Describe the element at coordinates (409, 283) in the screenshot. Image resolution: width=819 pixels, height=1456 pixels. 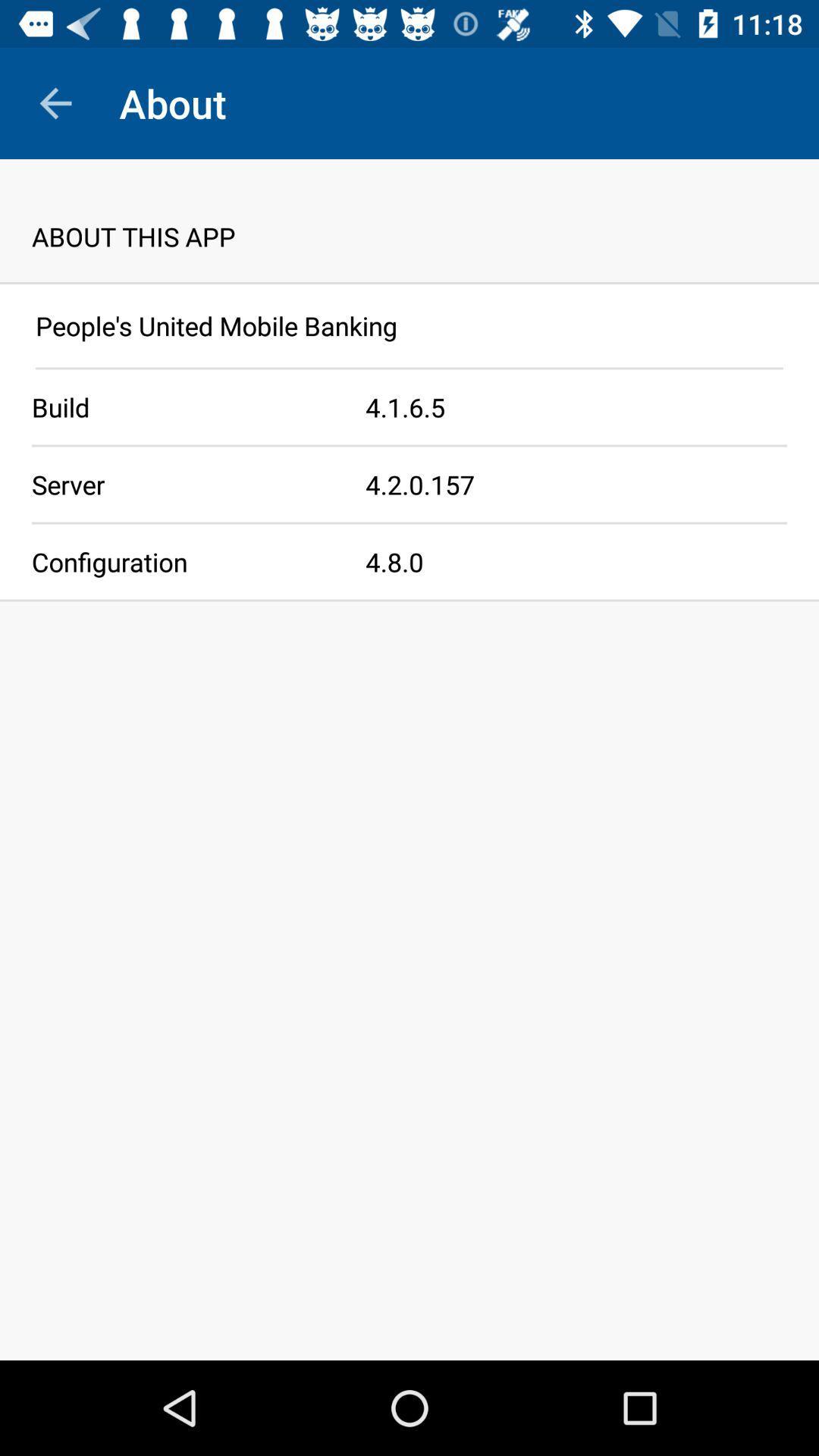
I see `icon above the people s united` at that location.